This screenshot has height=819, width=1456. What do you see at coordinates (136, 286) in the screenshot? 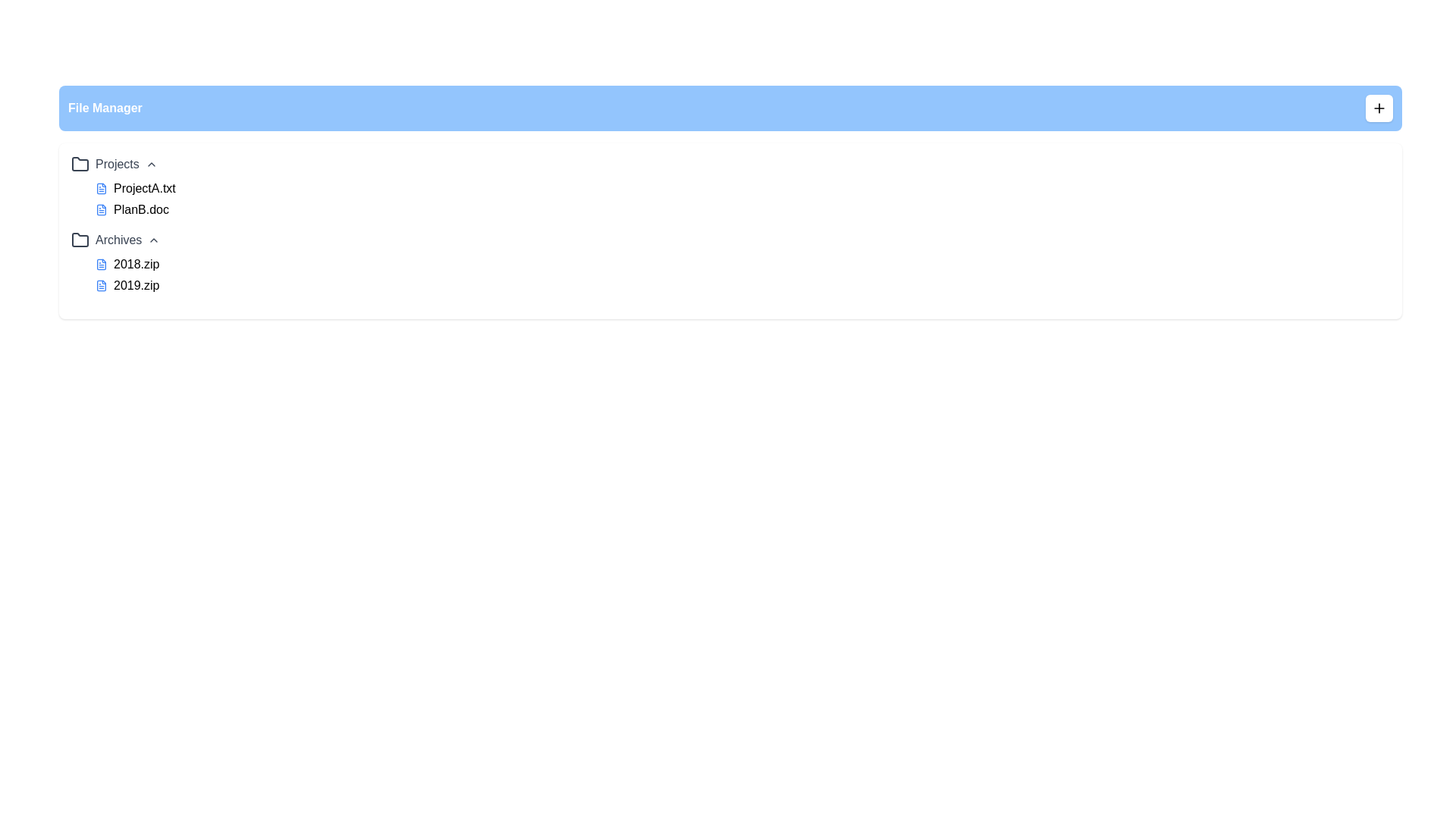
I see `the text label identifying the file named '2019.zip' located beneath '2018.zip' in the 'Archives' folder` at bounding box center [136, 286].